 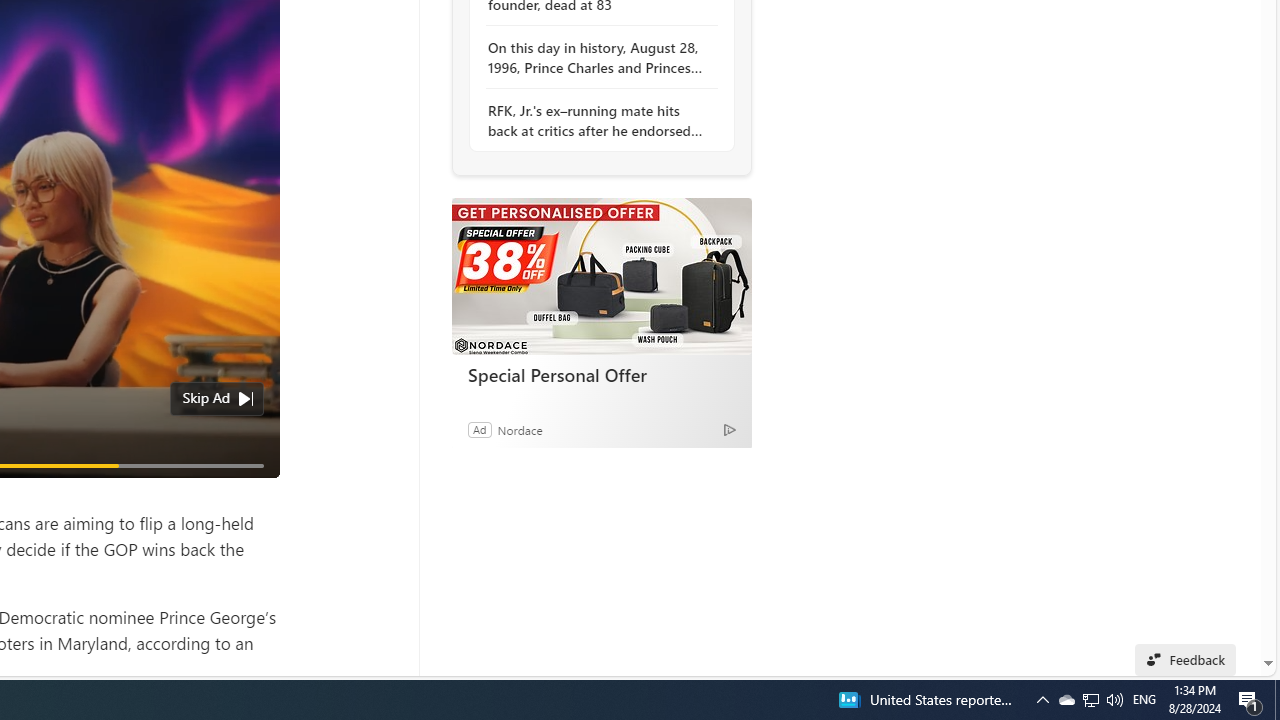 What do you see at coordinates (1185, 659) in the screenshot?
I see `'Feedback'` at bounding box center [1185, 659].